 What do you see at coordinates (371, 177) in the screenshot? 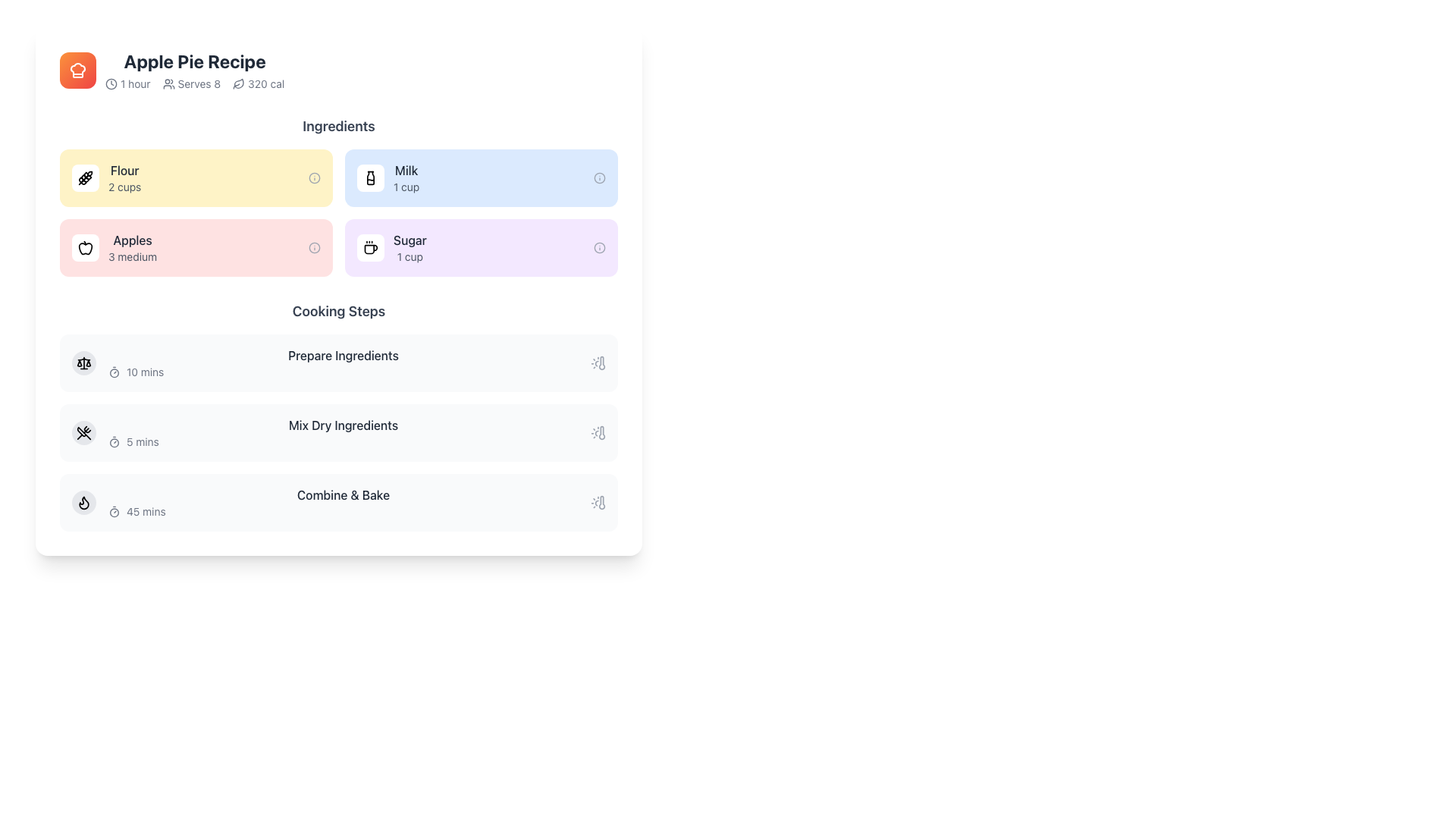
I see `the small milk bottle icon, which is styled as a vector graphic and located to the left of the text description 'Milk 1 cup' within the 'Milk 1 cup' card` at bounding box center [371, 177].